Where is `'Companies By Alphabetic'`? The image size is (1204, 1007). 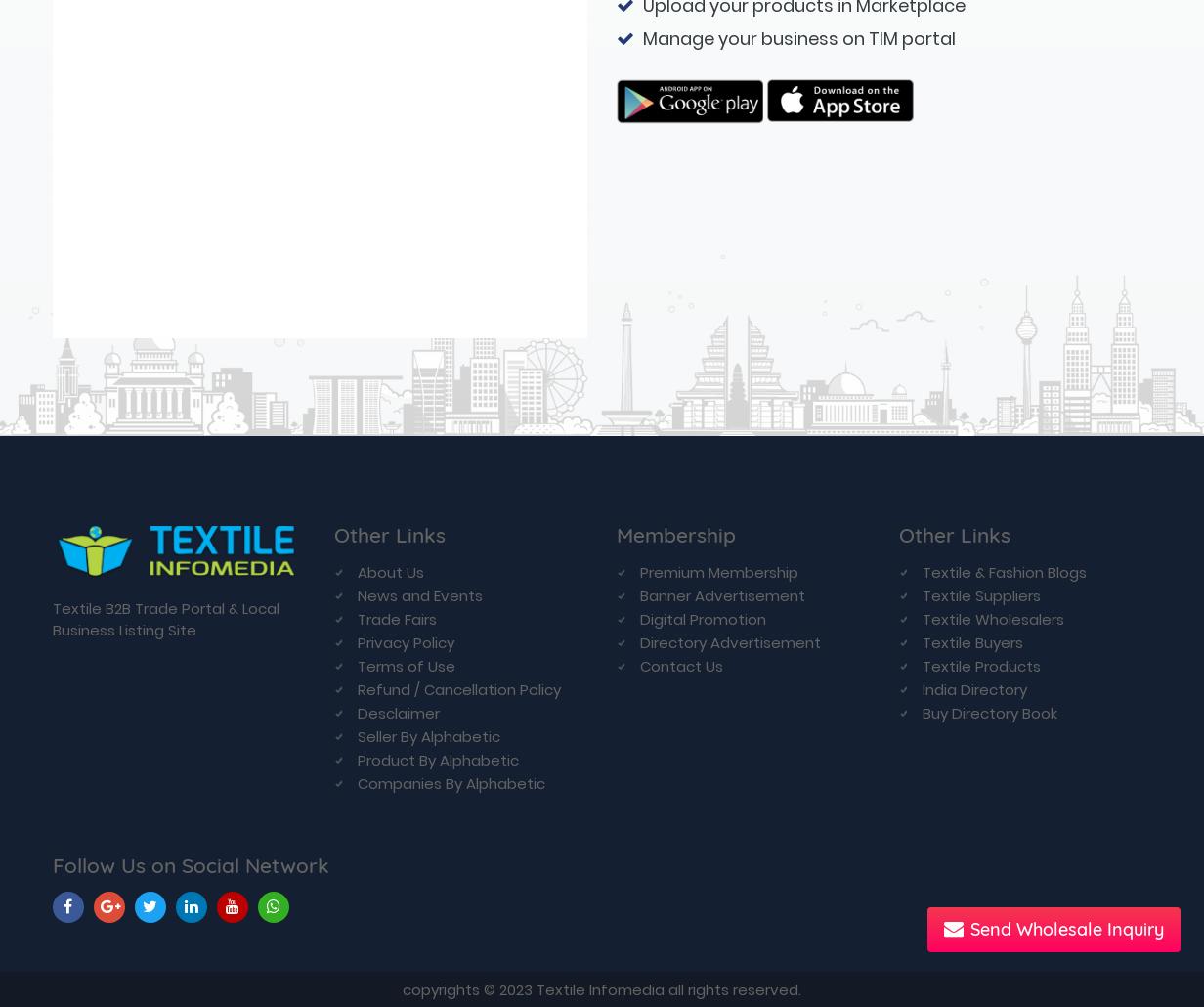
'Companies By Alphabetic' is located at coordinates (451, 173).